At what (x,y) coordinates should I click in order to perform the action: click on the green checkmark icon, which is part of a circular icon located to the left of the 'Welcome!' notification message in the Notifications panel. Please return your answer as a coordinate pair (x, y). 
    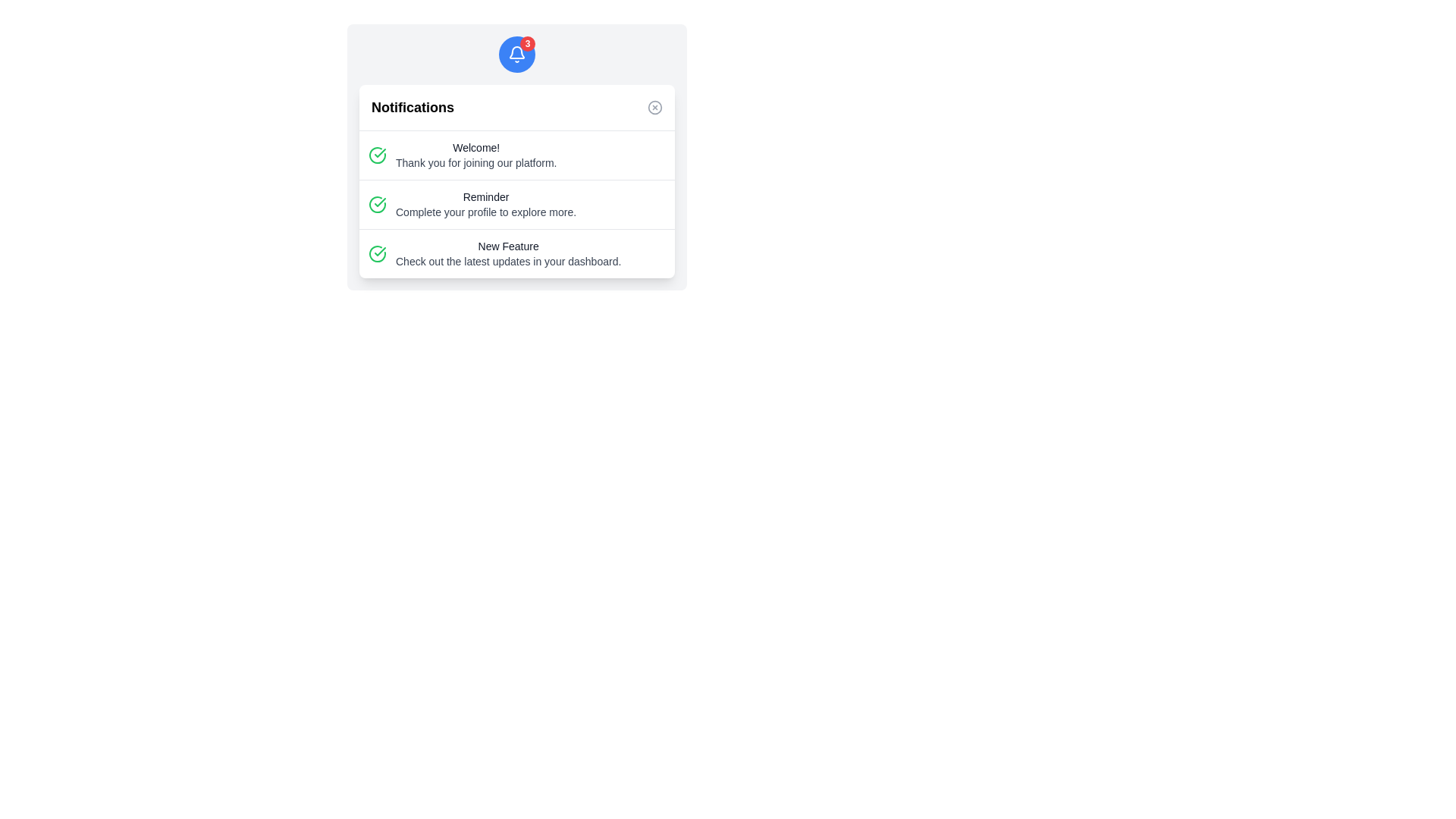
    Looking at the image, I should click on (380, 201).